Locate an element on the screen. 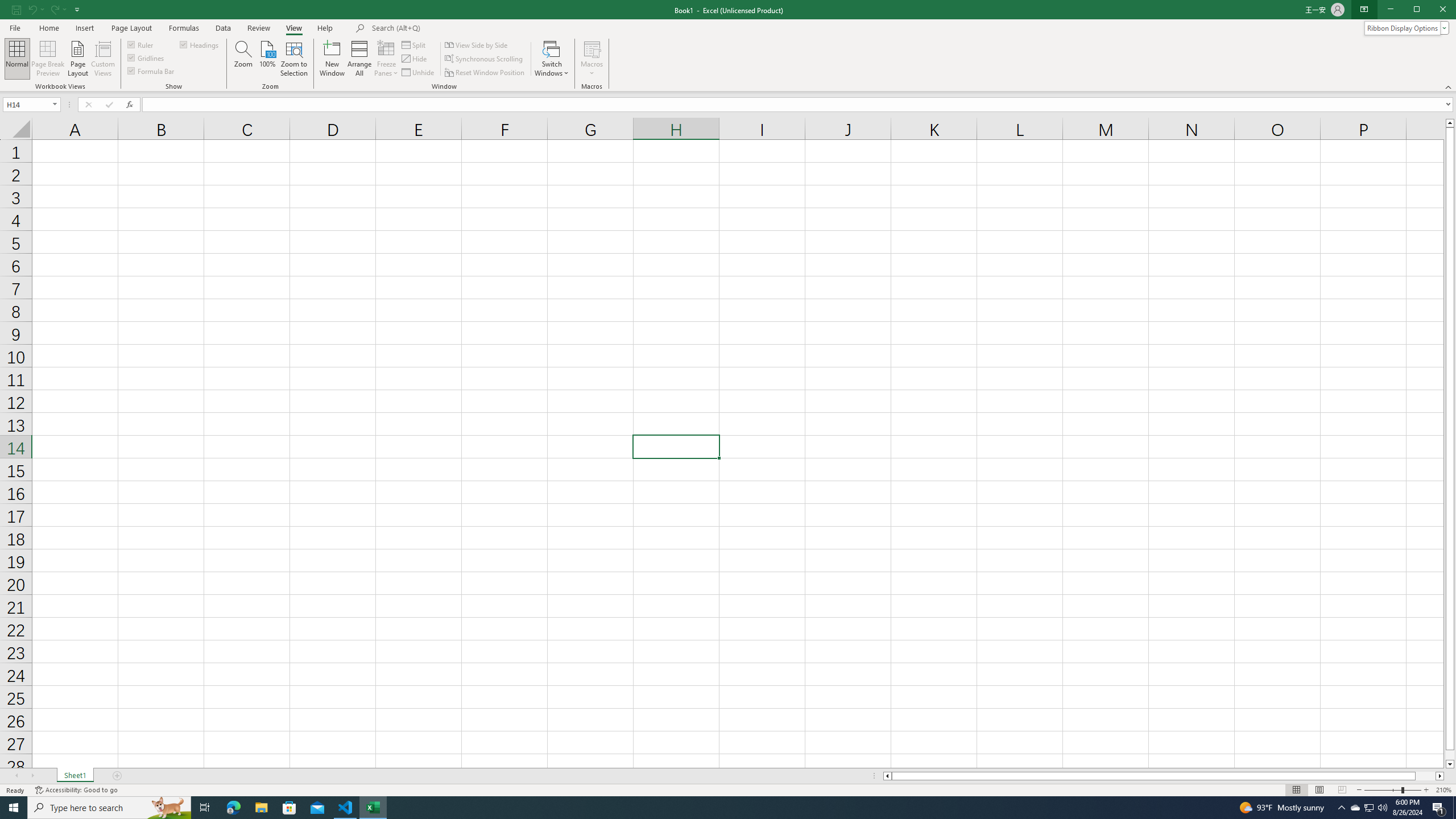  'Zoom to Selection' is located at coordinates (294, 59).